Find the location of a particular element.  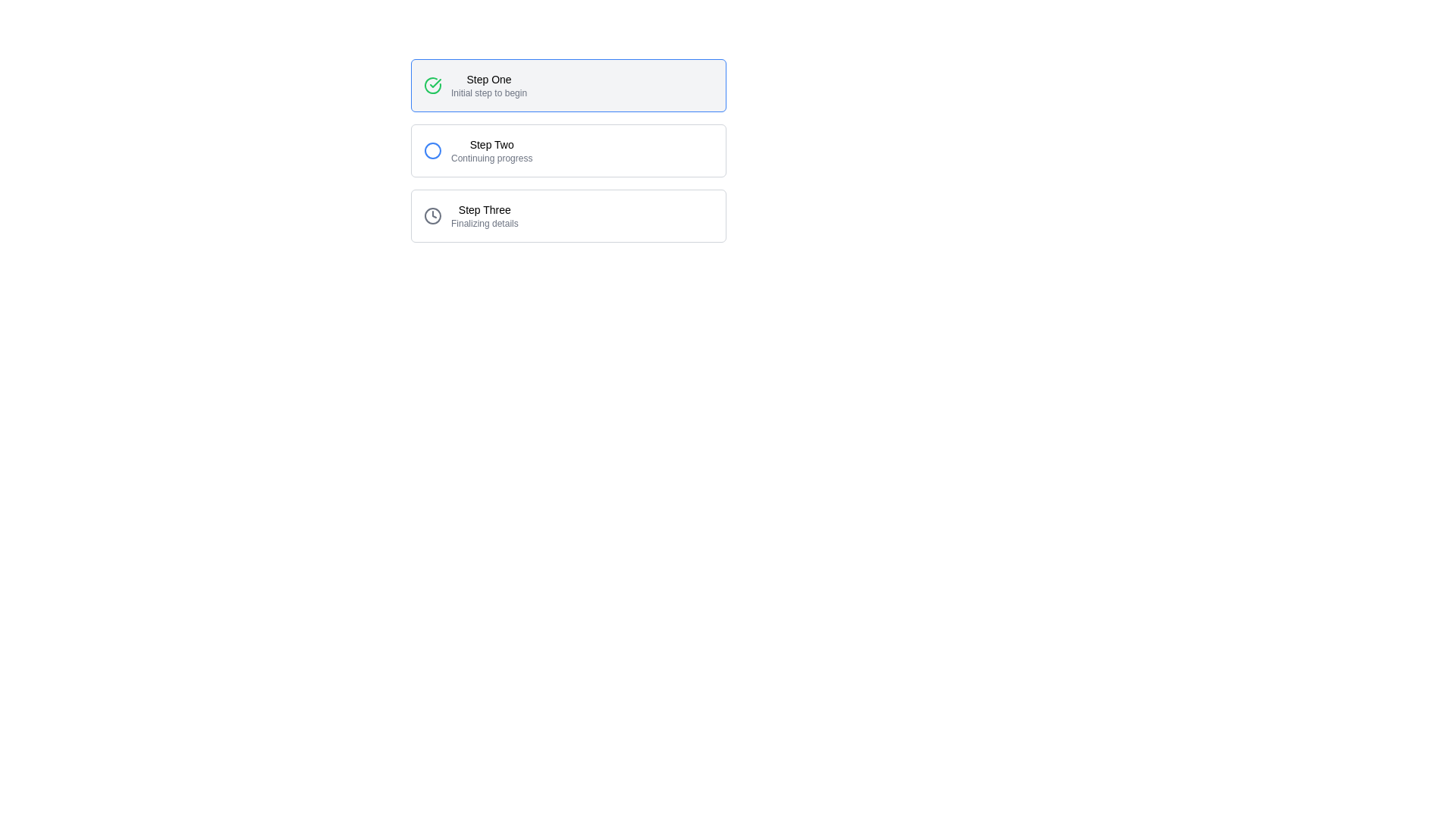

the progress indicator with labeled steps located centrally in the display to interact with individual steps is located at coordinates (567, 151).